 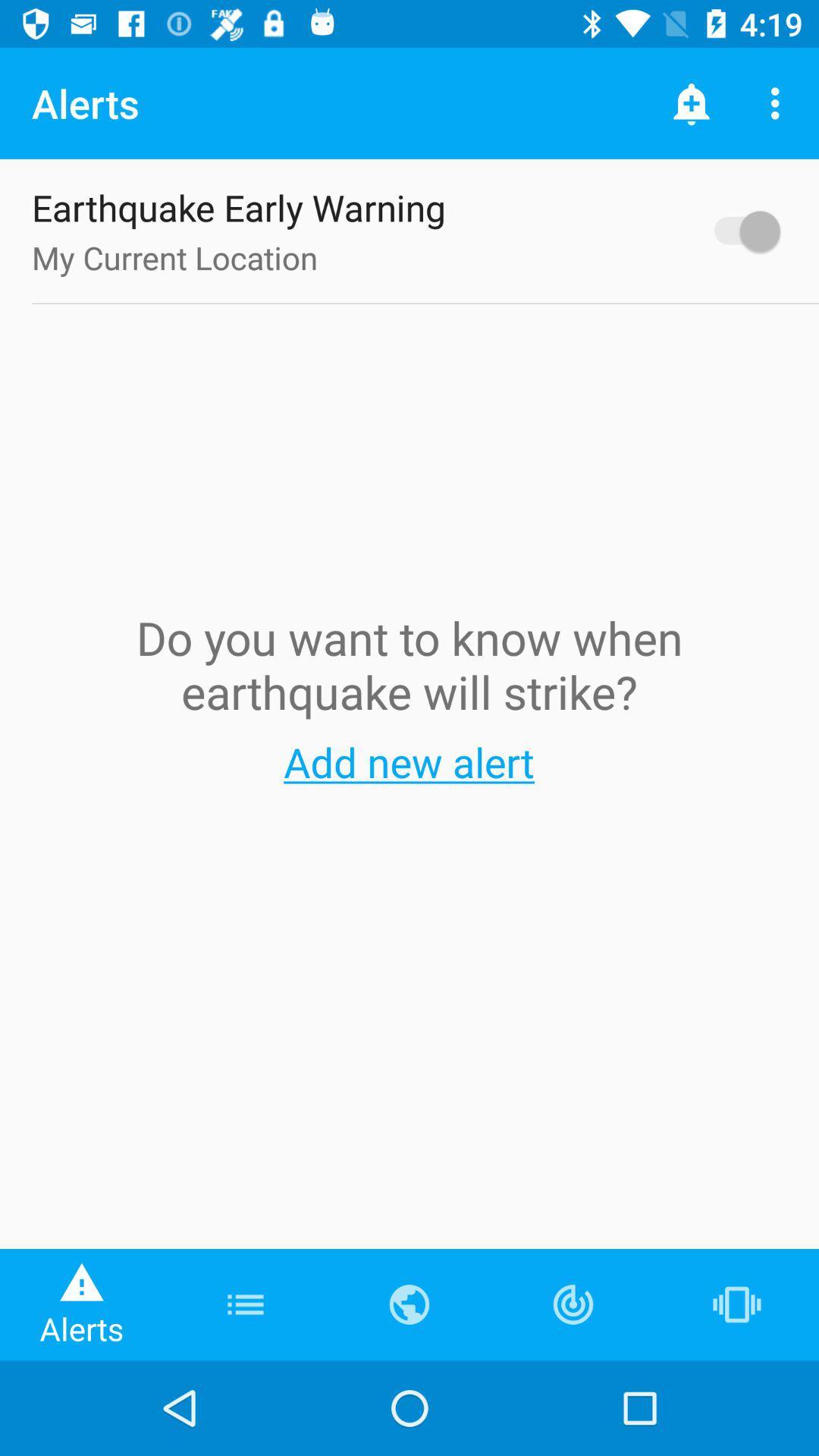 What do you see at coordinates (739, 230) in the screenshot?
I see `earthquake early warning` at bounding box center [739, 230].